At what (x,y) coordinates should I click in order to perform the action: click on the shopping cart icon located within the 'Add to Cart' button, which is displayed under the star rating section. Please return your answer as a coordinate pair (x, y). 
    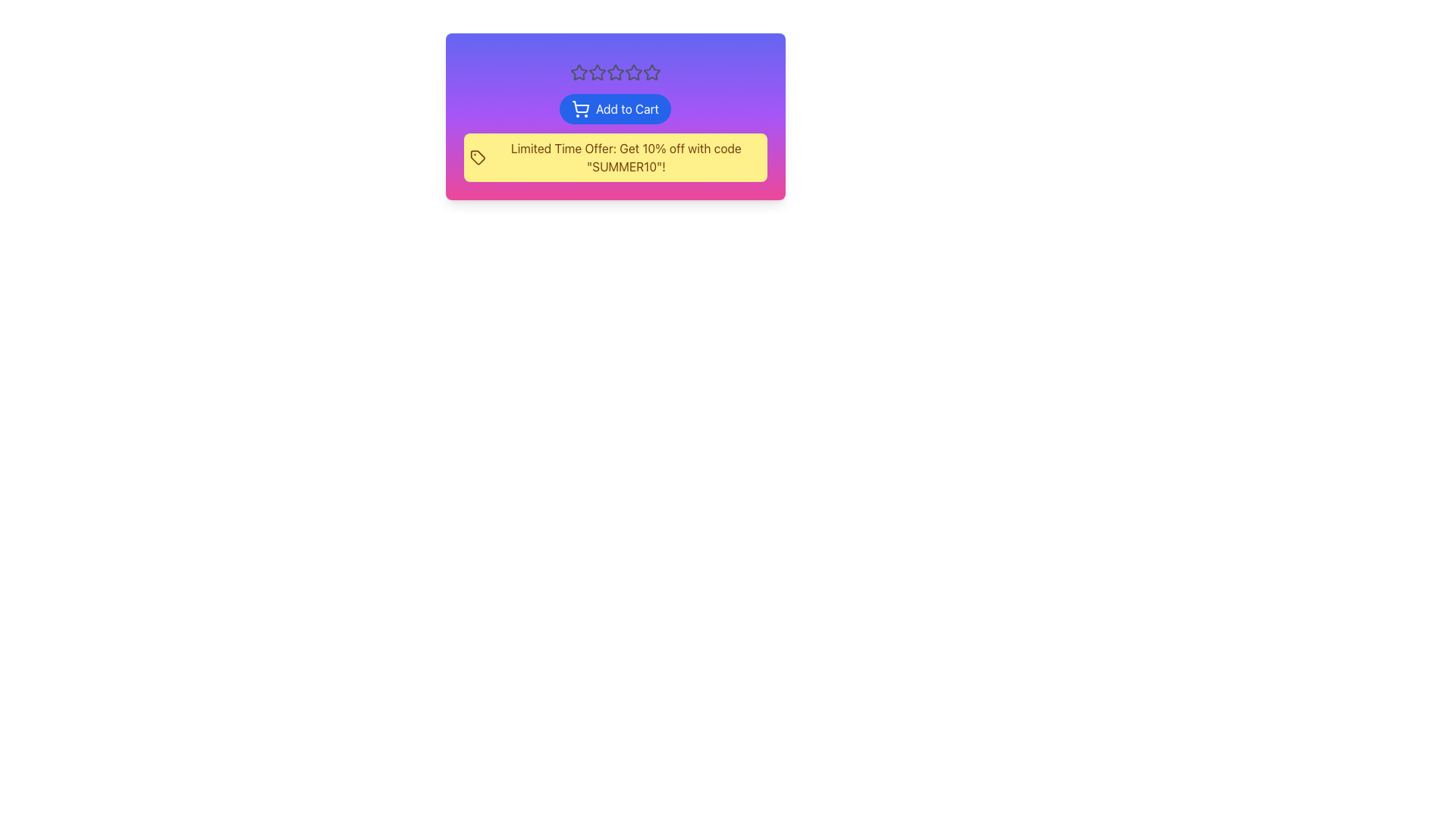
    Looking at the image, I should click on (580, 106).